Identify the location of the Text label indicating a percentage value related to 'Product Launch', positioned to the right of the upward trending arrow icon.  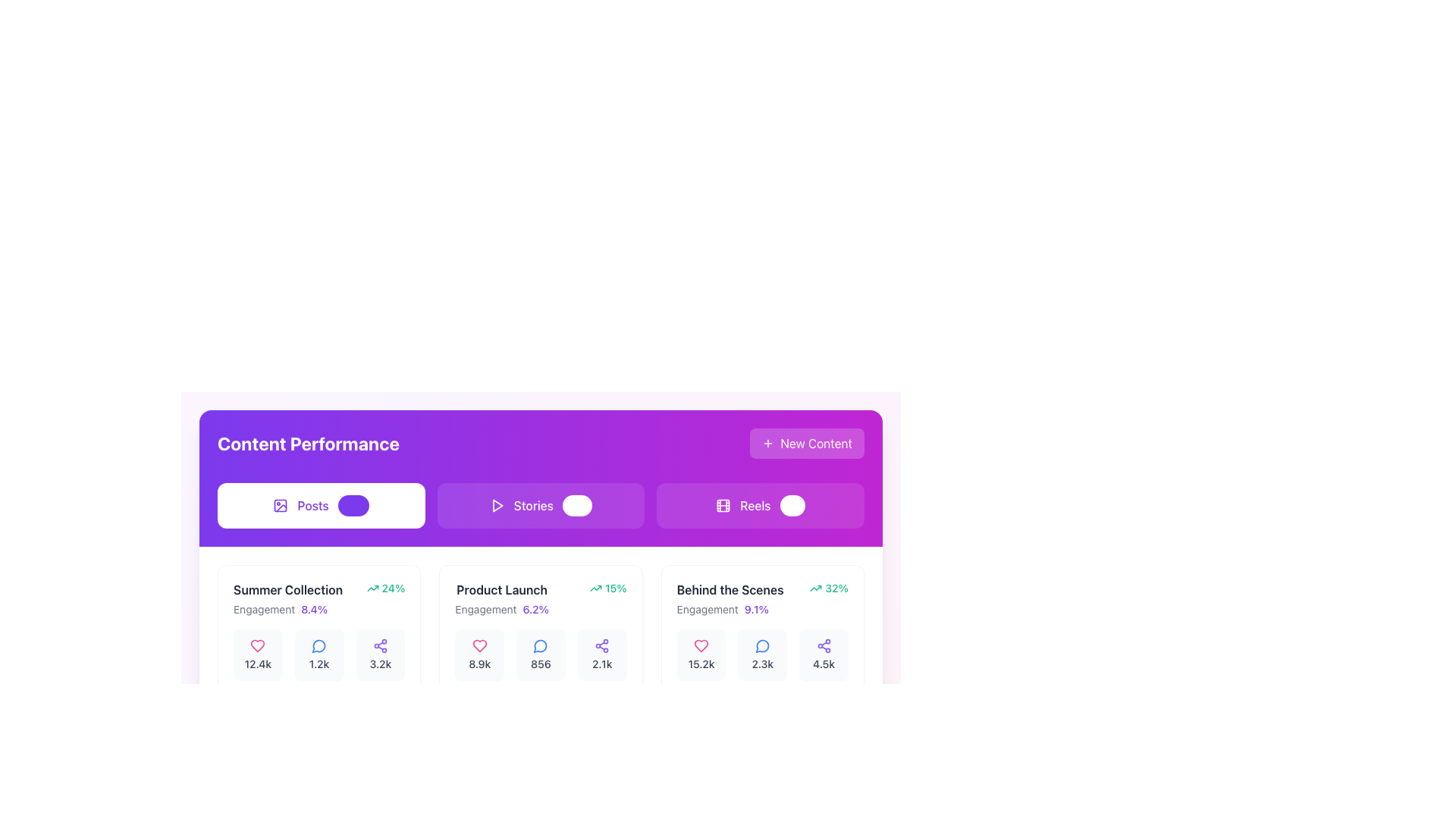
(616, 587).